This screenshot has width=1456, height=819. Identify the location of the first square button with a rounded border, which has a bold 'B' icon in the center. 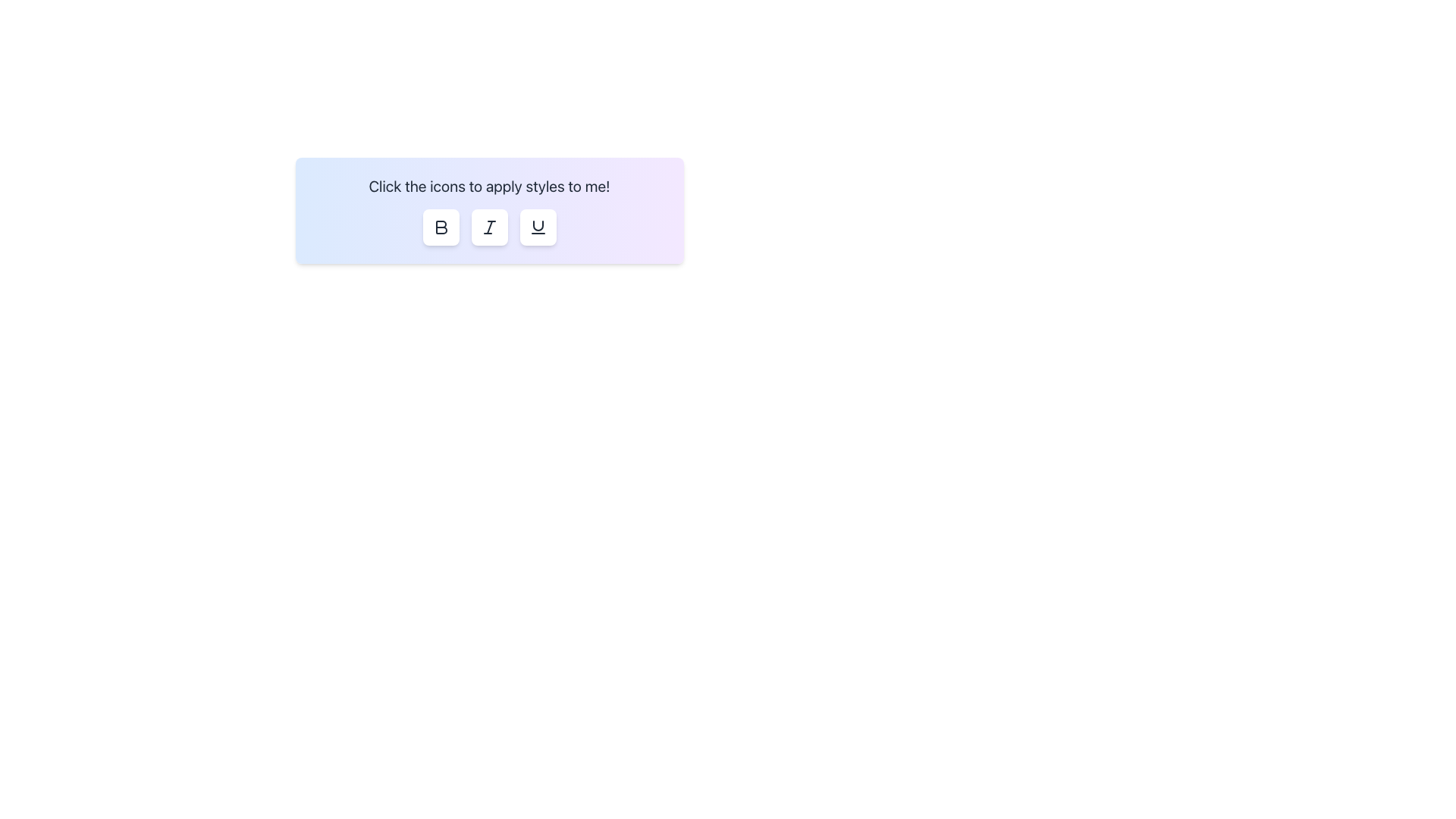
(440, 227).